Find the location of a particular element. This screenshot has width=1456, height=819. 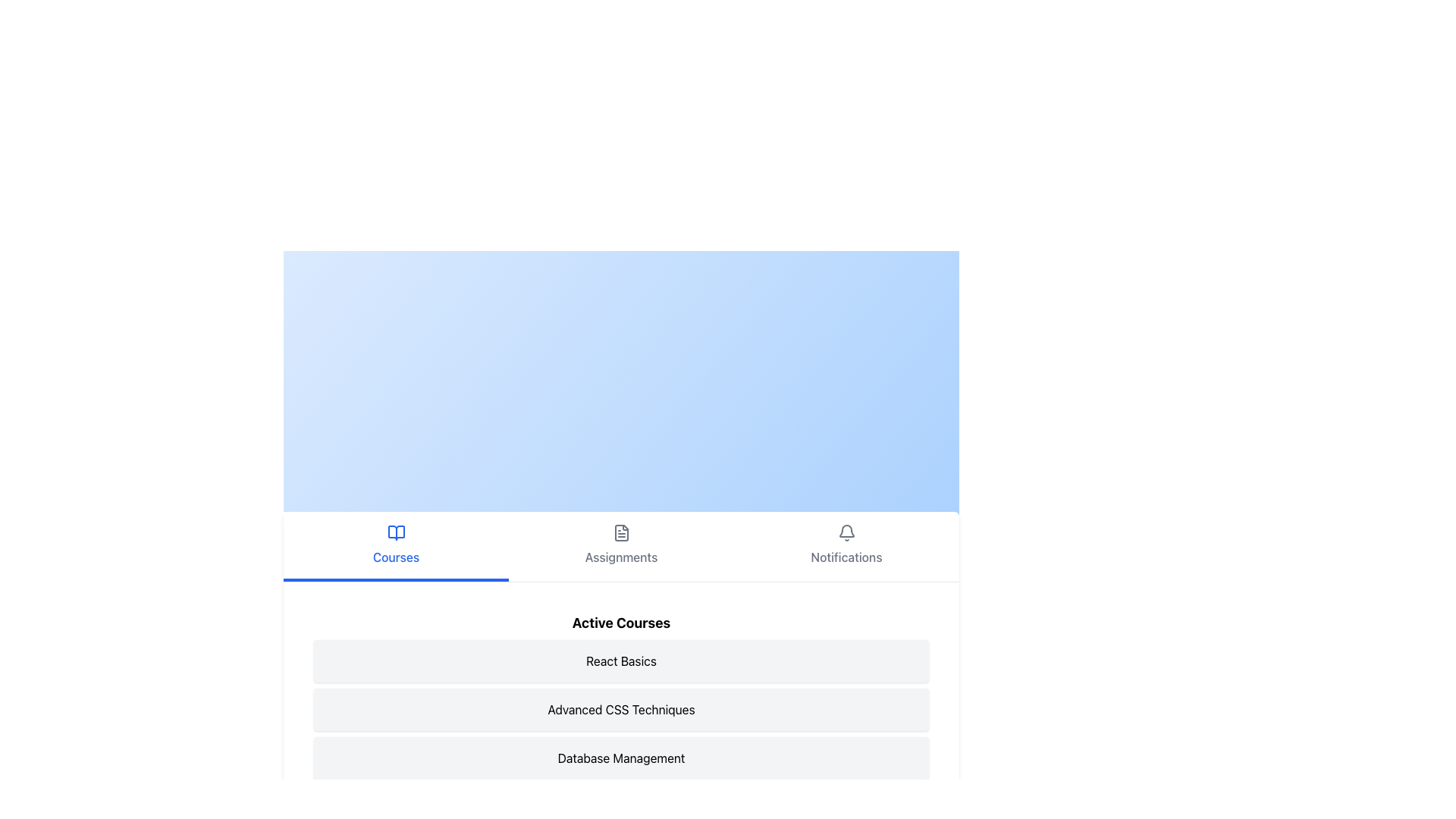

the 'Advanced CSS Techniques' card item in the 'Active Courses' section is located at coordinates (621, 695).